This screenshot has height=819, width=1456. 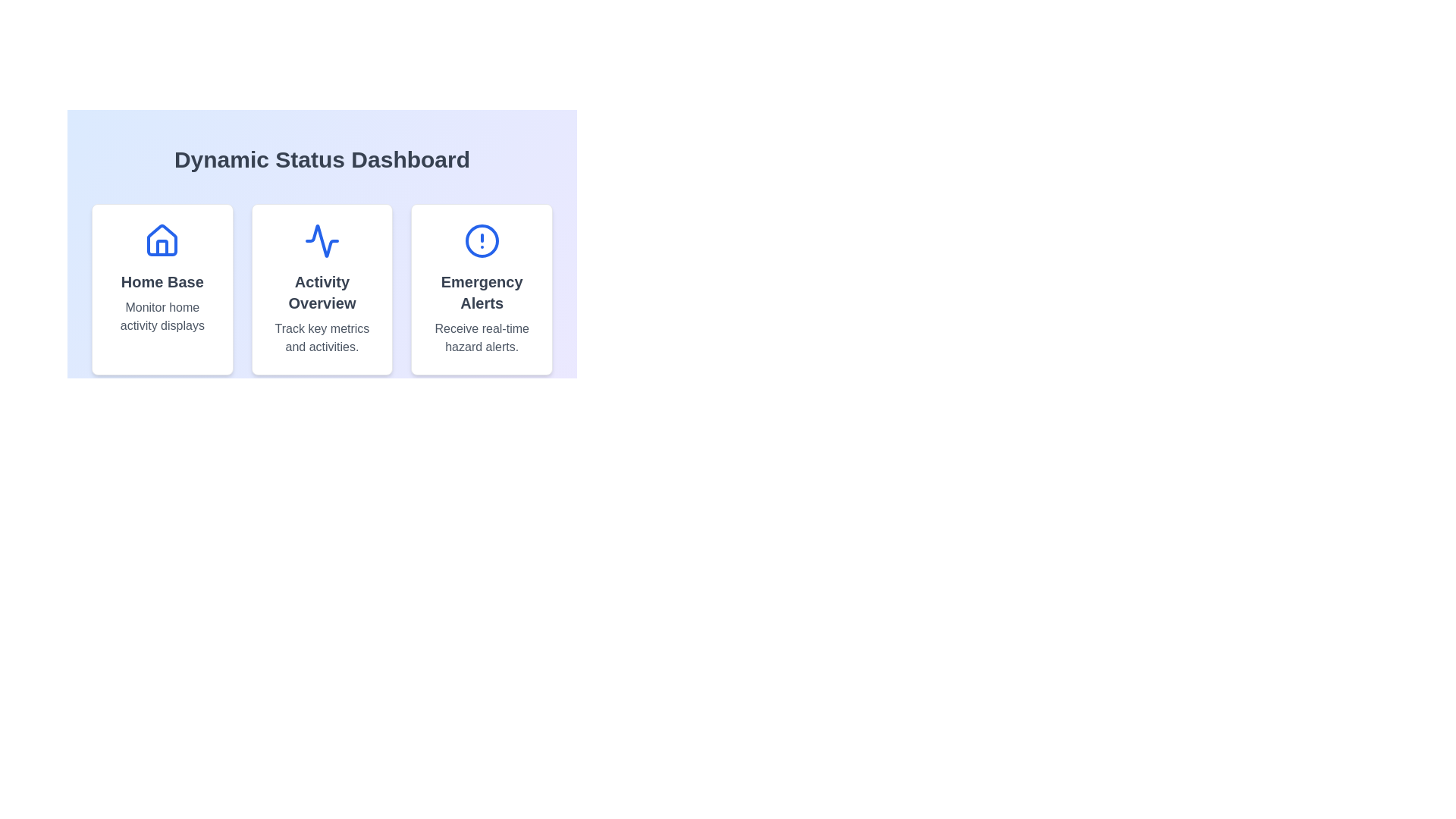 I want to click on the Information card located in the second column of the three-column layout under the 'Dynamic Status Dashboard' section, so click(x=322, y=289).